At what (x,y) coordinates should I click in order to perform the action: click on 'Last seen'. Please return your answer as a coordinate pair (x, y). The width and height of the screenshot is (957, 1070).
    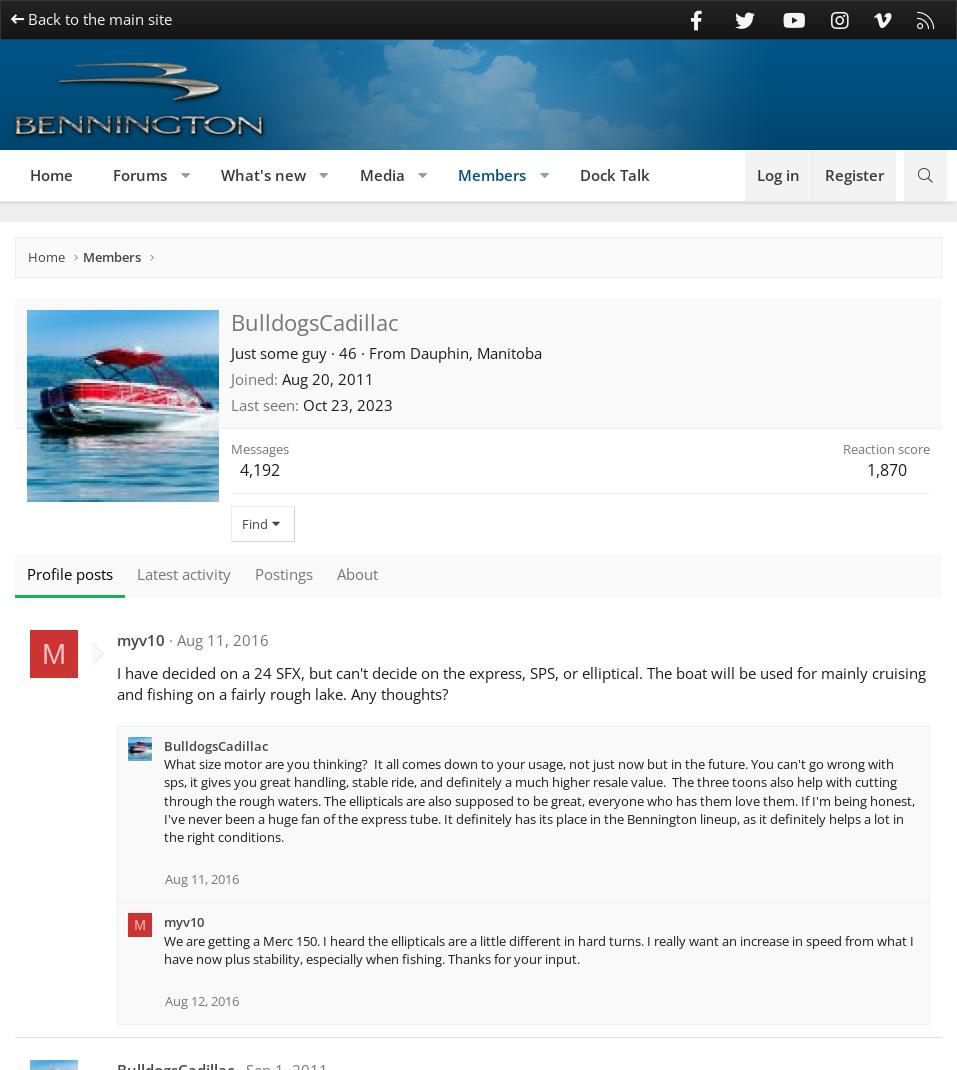
    Looking at the image, I should click on (261, 403).